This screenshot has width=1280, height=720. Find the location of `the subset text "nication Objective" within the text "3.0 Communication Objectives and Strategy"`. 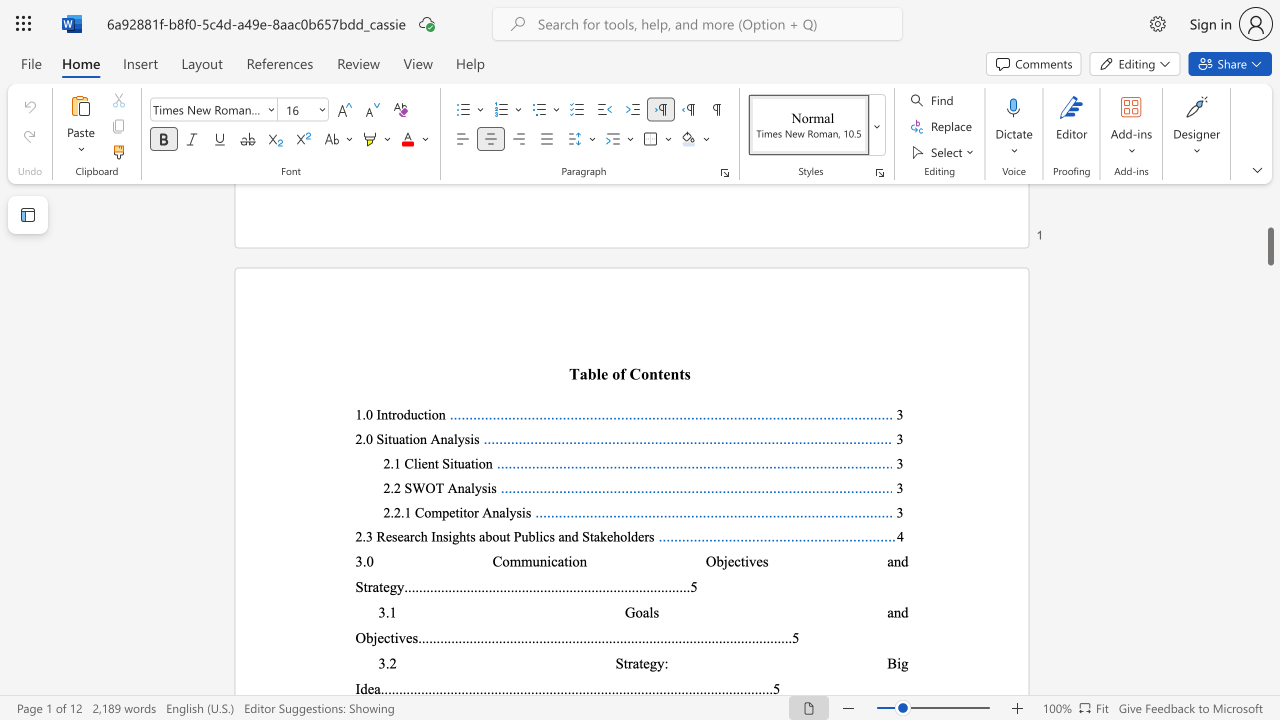

the subset text "nication Objective" within the text "3.0 Communication Objectives and Strategy" is located at coordinates (539, 561).